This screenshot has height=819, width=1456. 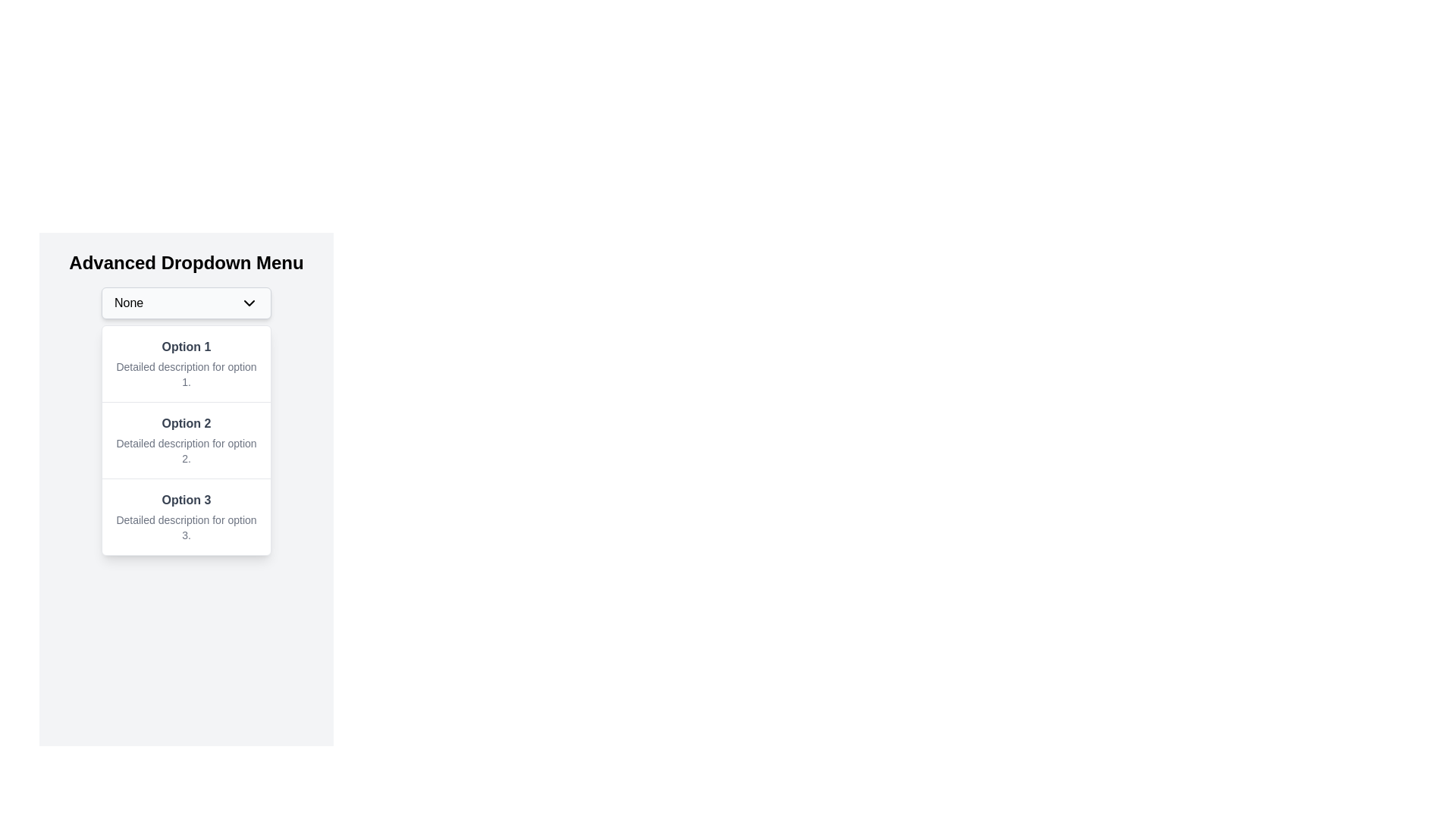 I want to click on to select 'Option 3' from the dropdown menu, which is the third item in the list positioned below 'Option 2', so click(x=185, y=516).